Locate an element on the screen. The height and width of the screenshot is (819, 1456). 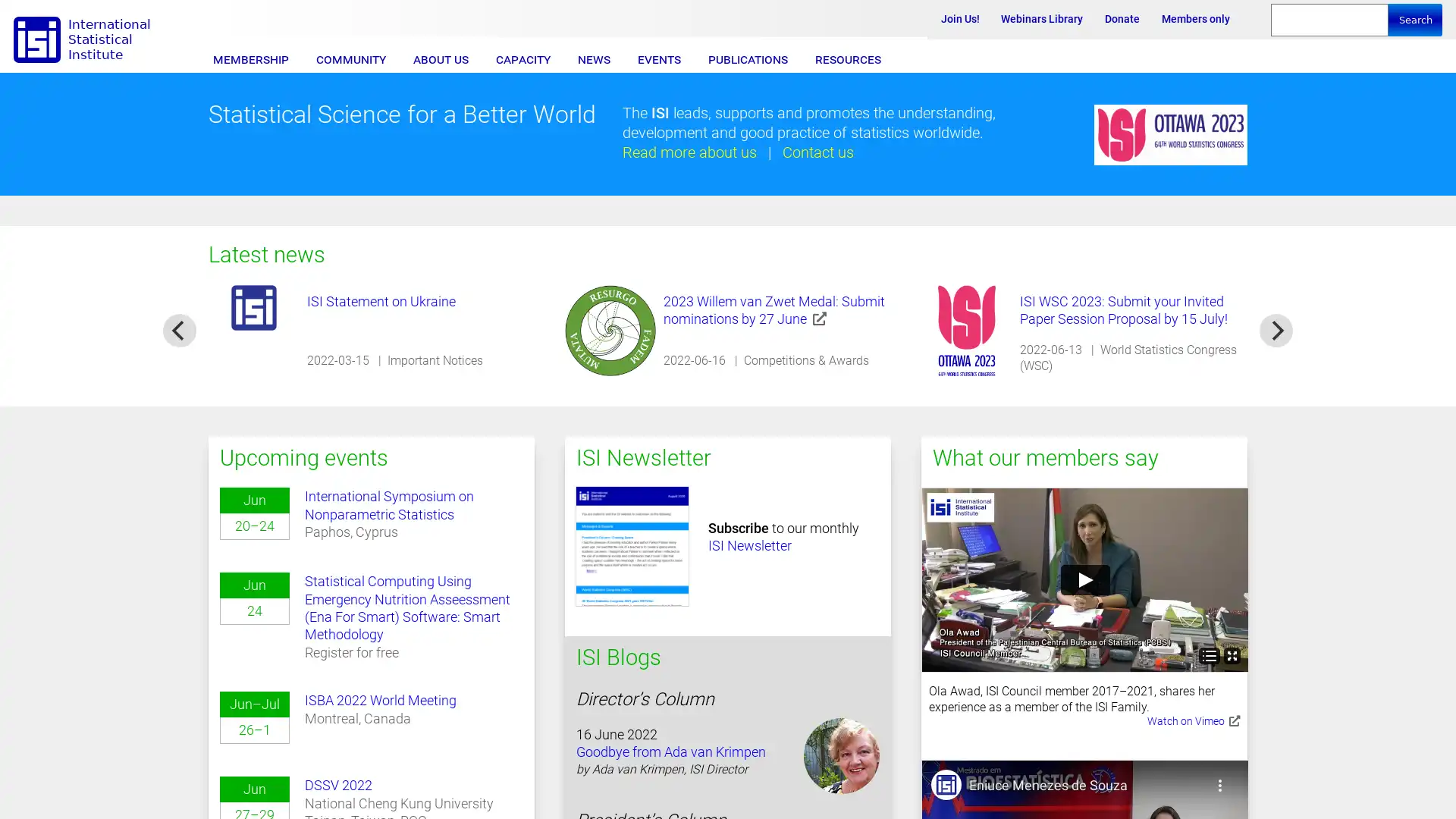
Search is located at coordinates (1414, 20).